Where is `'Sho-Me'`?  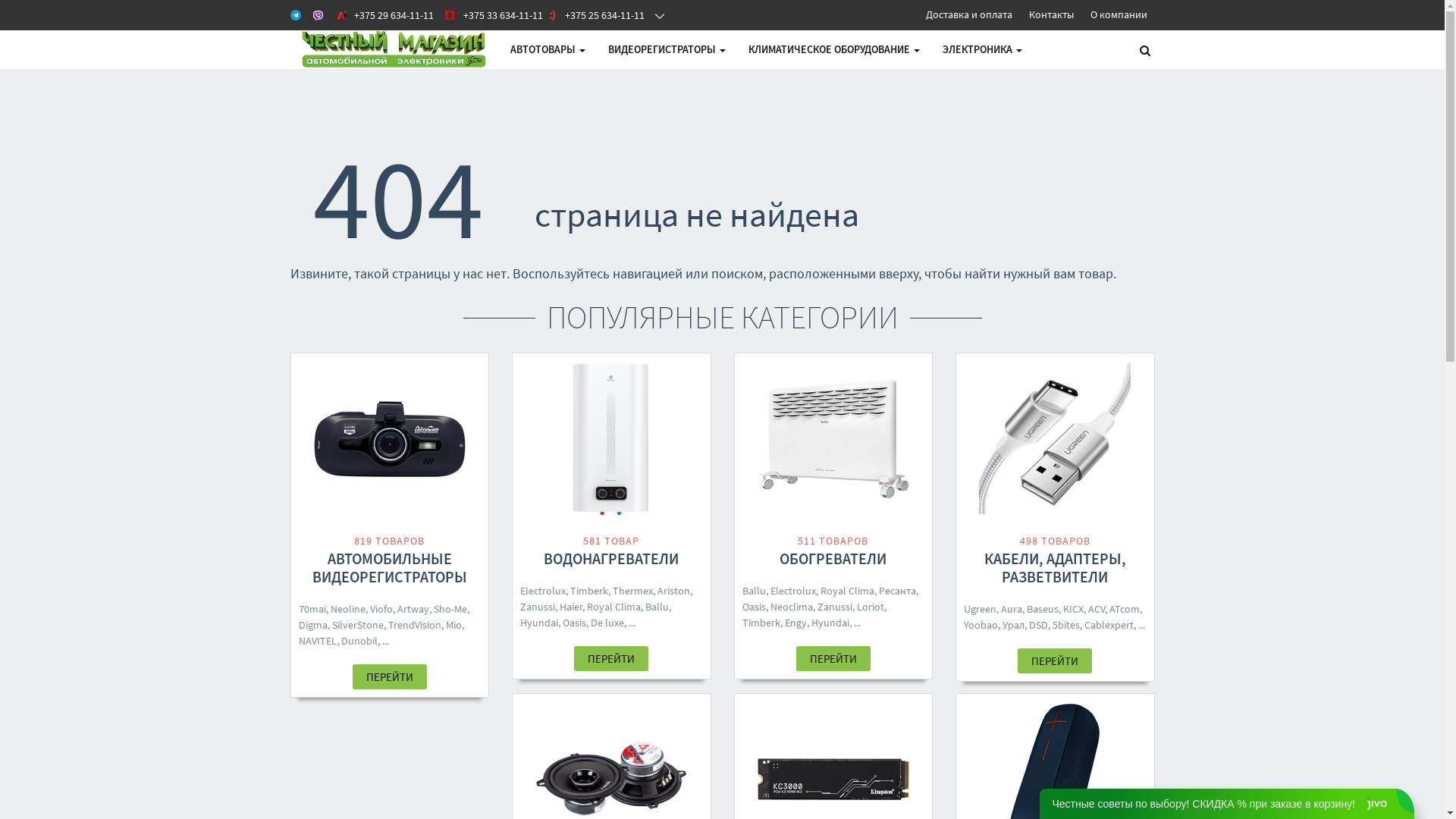
'Sho-Me' is located at coordinates (450, 607).